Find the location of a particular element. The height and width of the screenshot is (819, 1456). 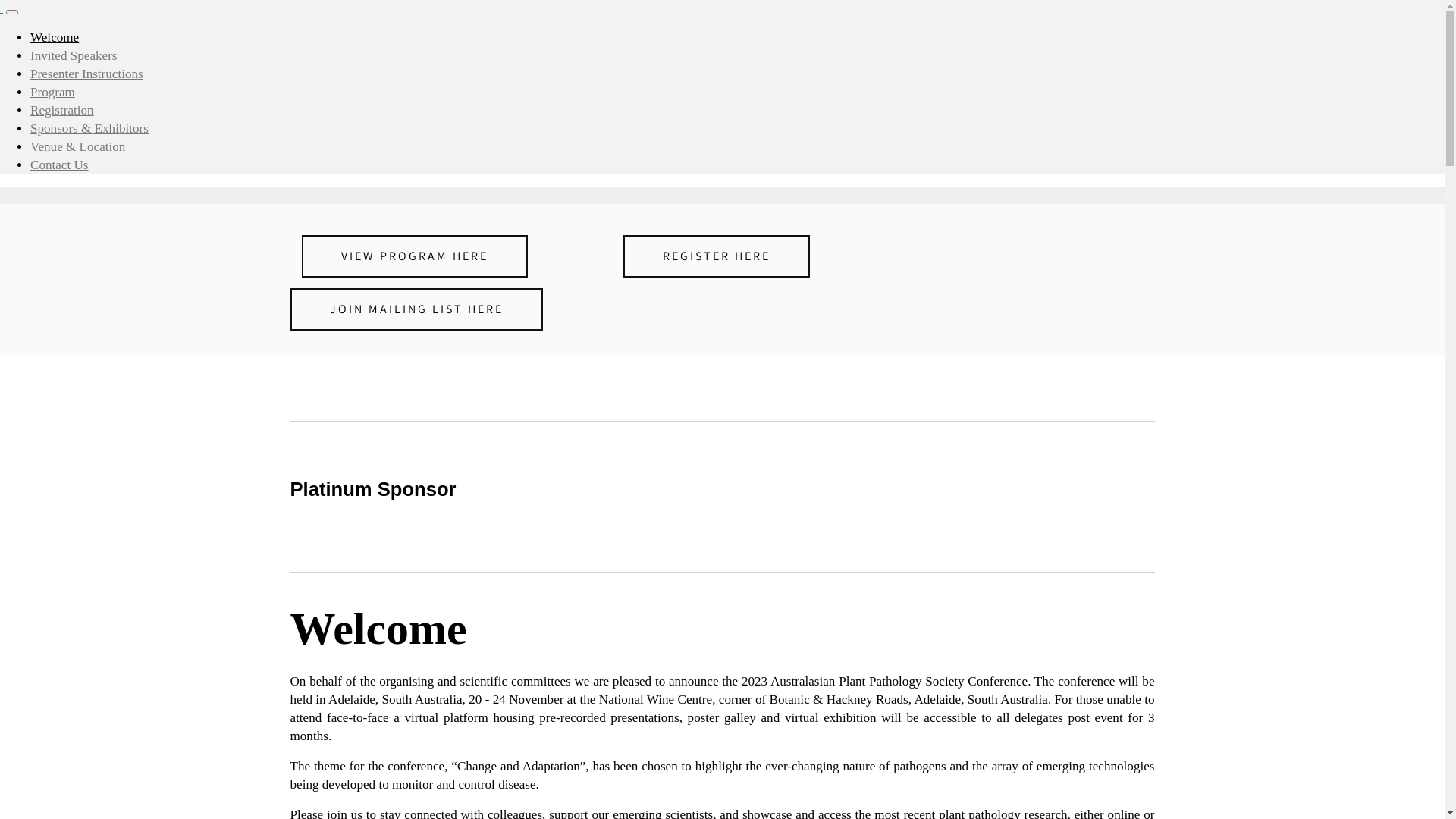

'JOIN MAILING LIST HERE' is located at coordinates (290, 309).